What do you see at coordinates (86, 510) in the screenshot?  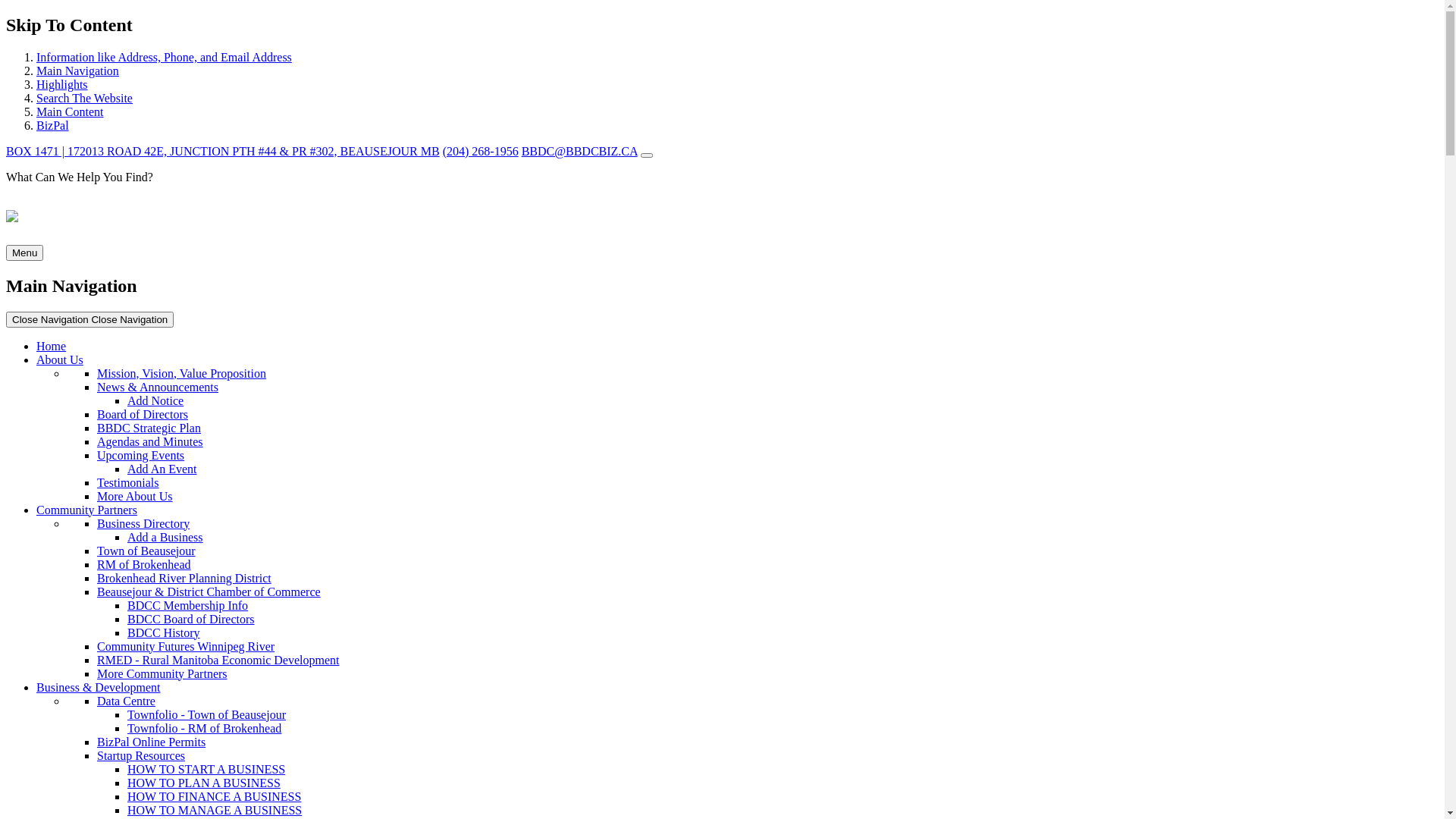 I see `'Community Partners'` at bounding box center [86, 510].